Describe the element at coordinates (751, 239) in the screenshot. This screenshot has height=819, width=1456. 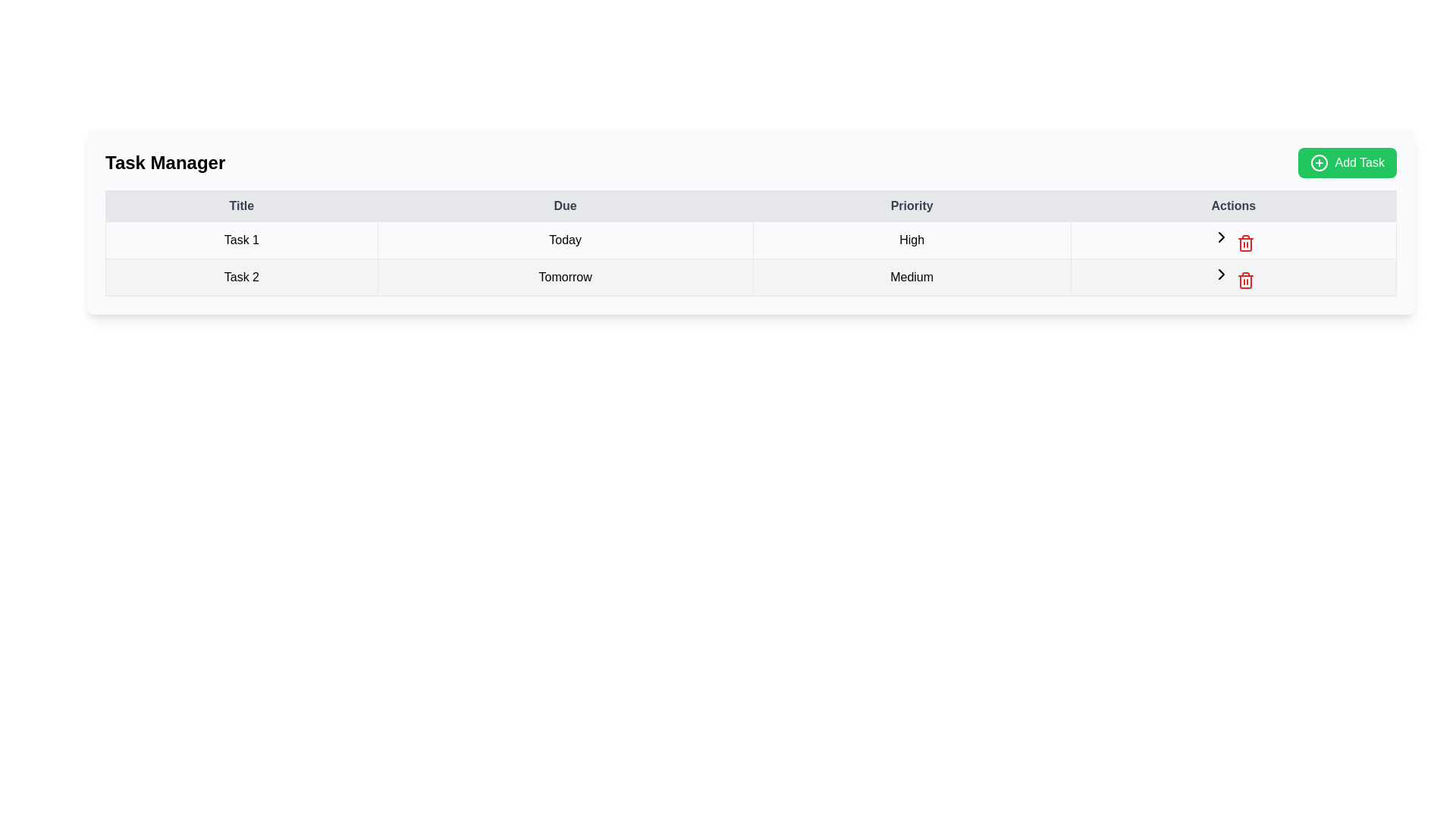
I see `details of the task represented by the first row in the task manager table, which displays 'Task 1', 'Today', and 'High'` at that location.